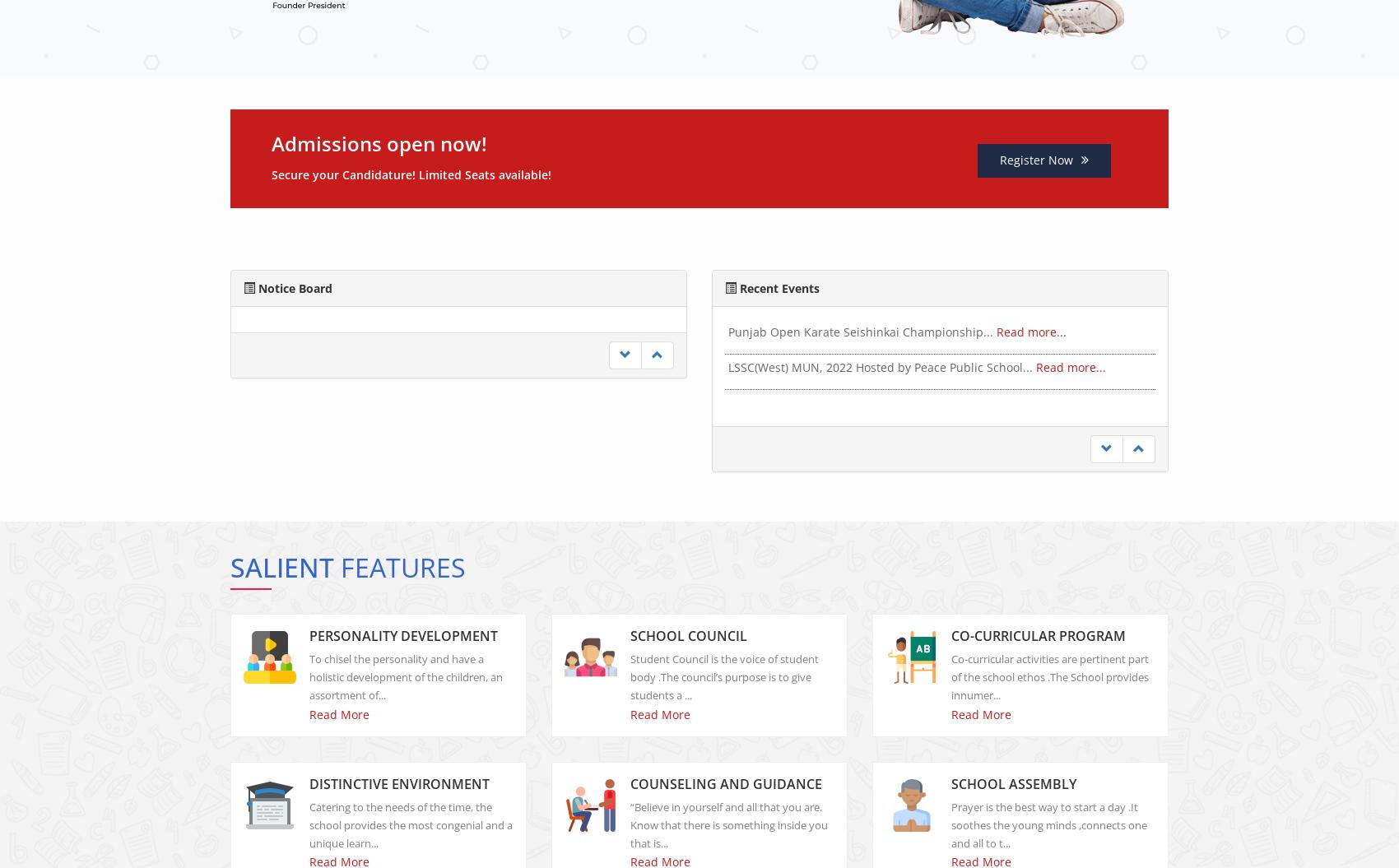 This screenshot has width=1399, height=868. Describe the element at coordinates (411, 838) in the screenshot. I see `'Catering to the needs of the time, the school provides the most congenial and a unique learn...'` at that location.